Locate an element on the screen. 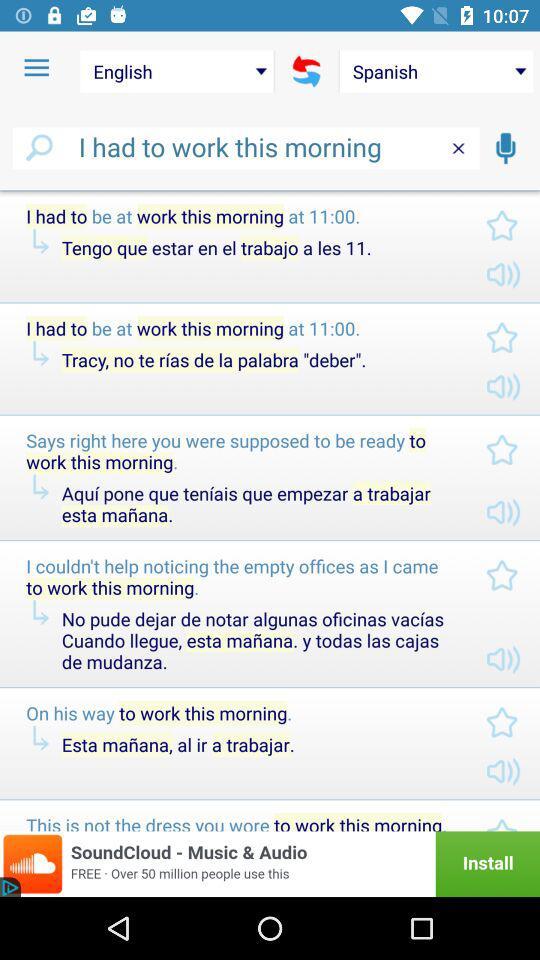  microphone is located at coordinates (504, 147).